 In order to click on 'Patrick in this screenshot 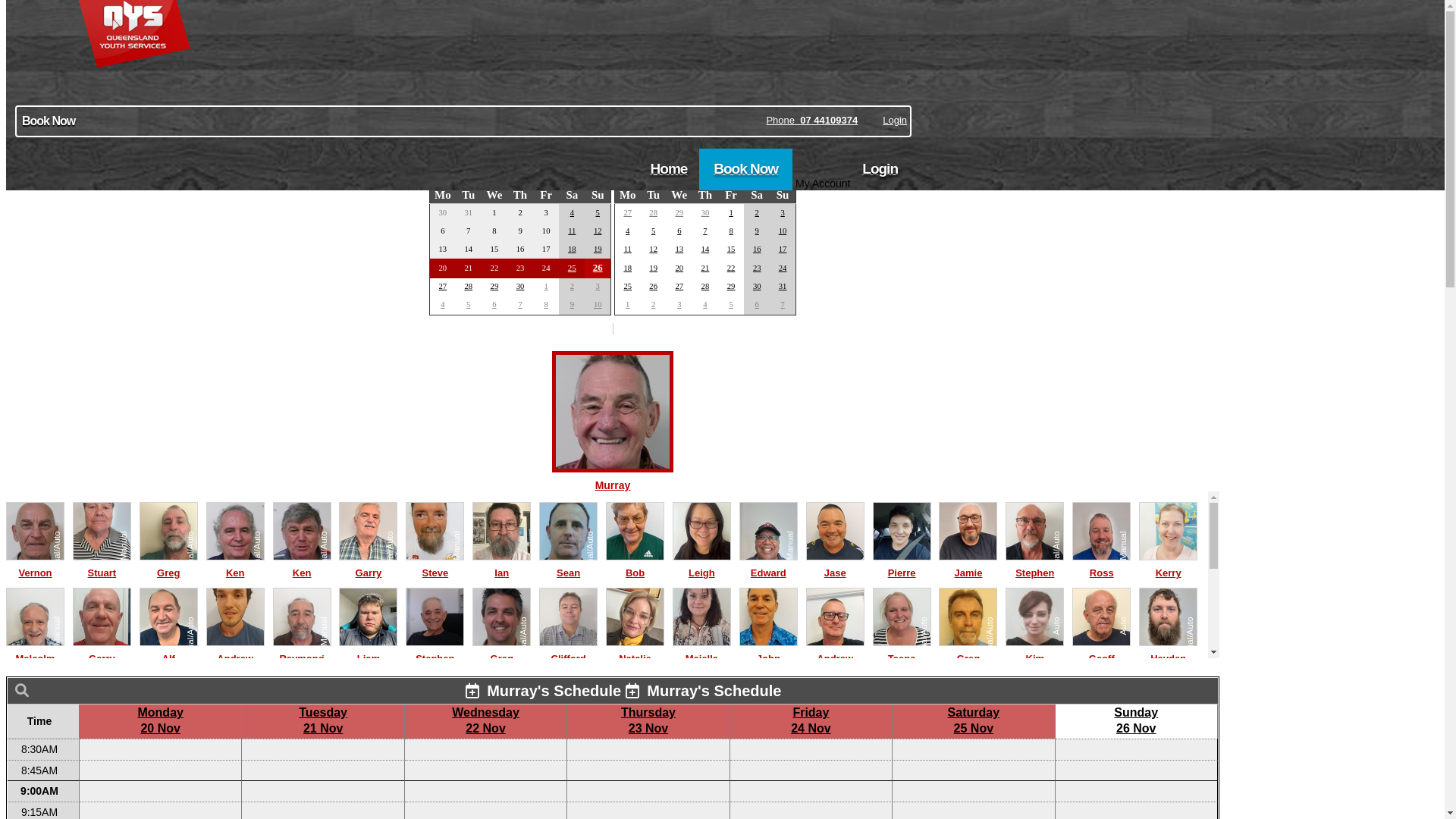, I will do `click(902, 736)`.